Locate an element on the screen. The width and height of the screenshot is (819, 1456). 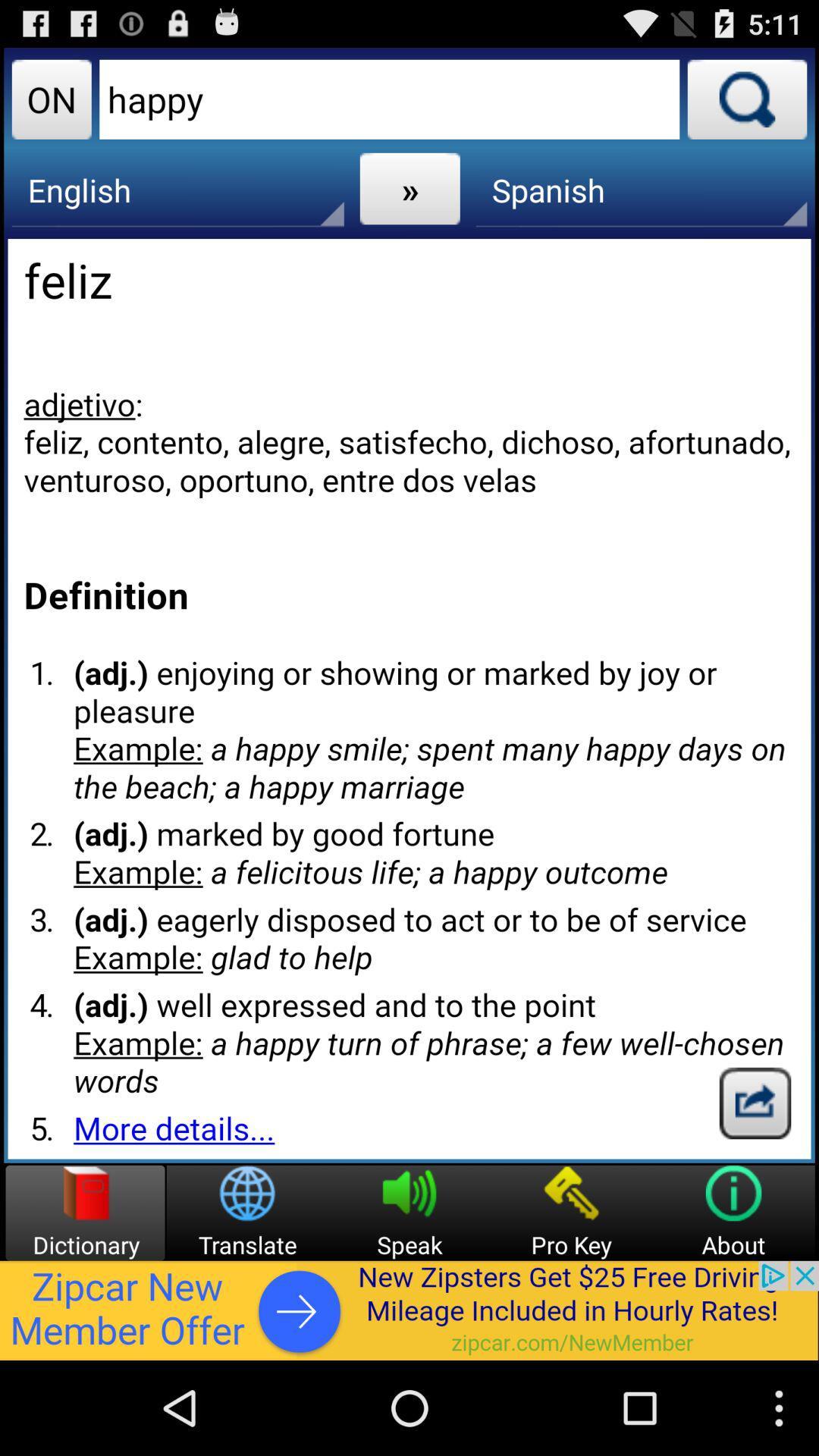
google is located at coordinates (755, 1103).